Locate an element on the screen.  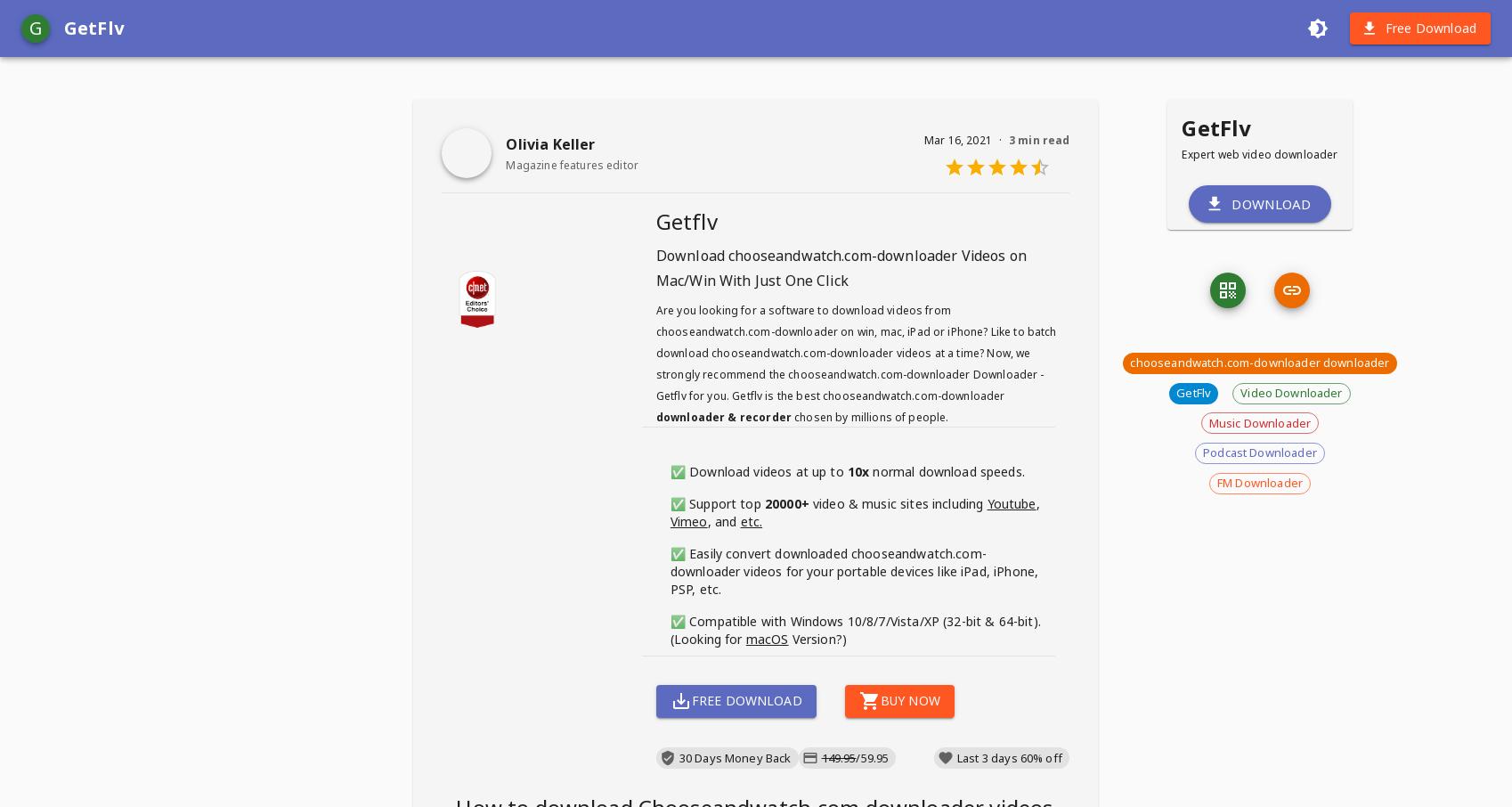
'is the best' is located at coordinates (792, 395).